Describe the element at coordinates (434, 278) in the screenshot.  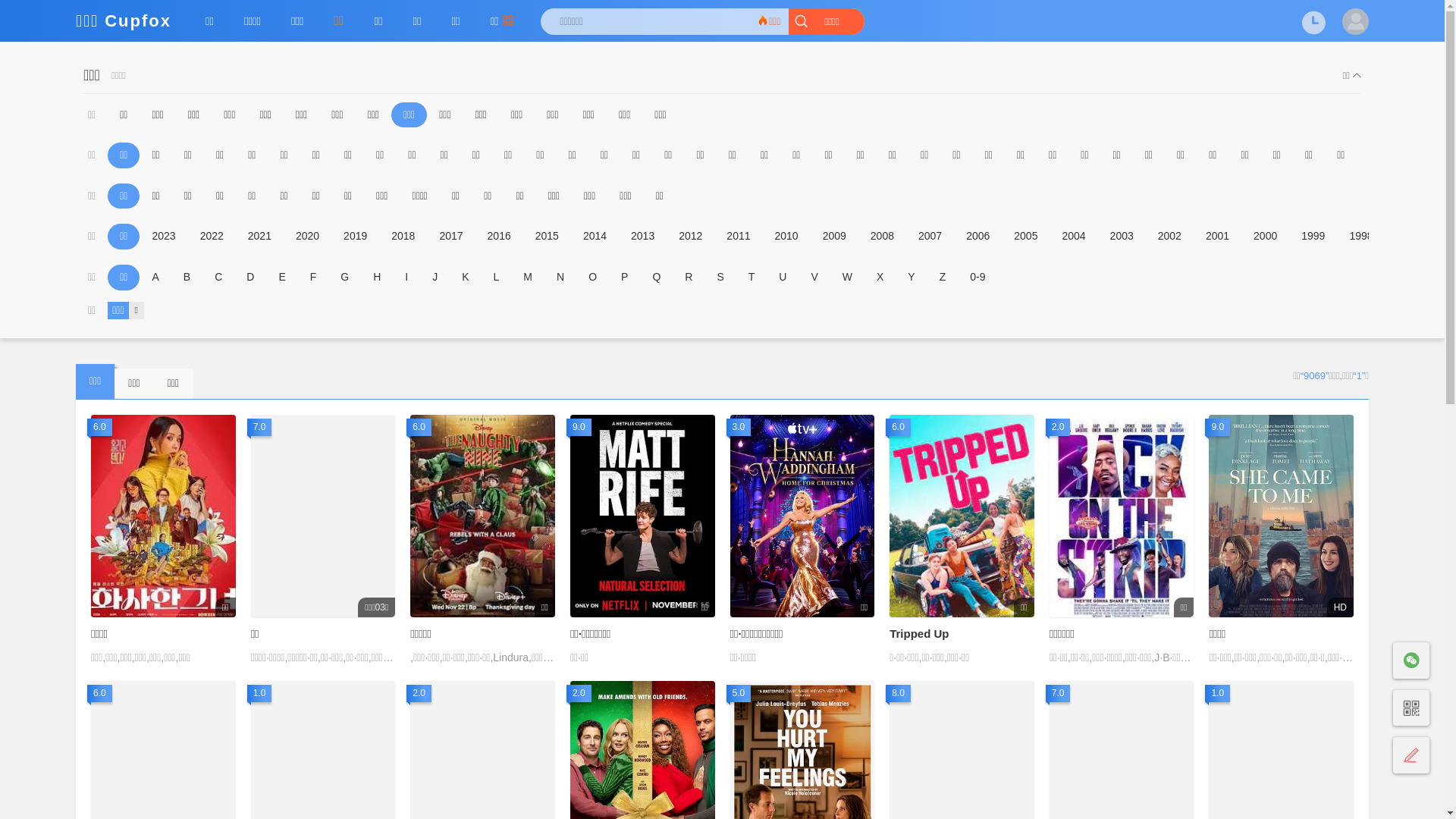
I see `'J'` at that location.